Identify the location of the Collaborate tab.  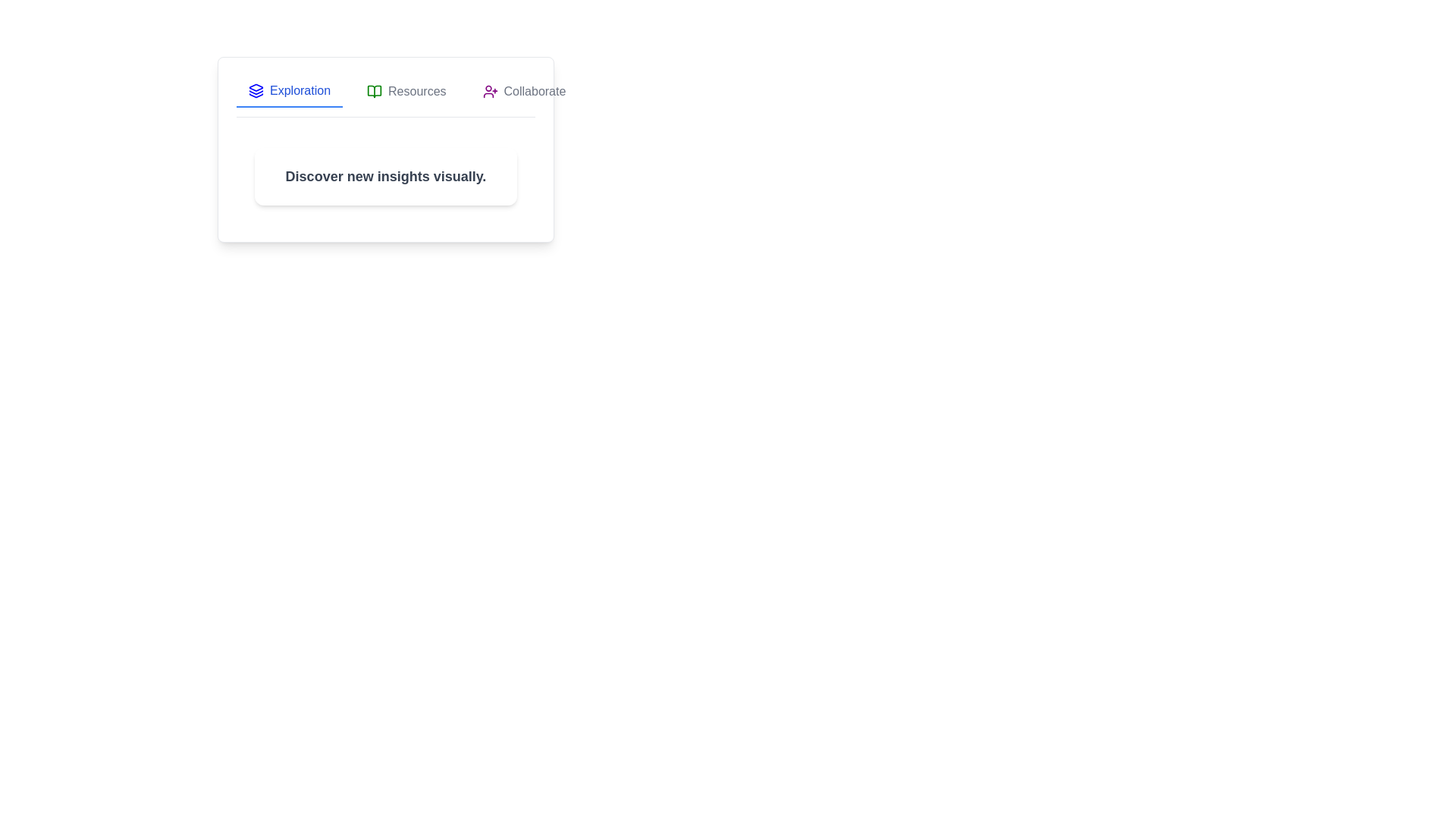
(524, 91).